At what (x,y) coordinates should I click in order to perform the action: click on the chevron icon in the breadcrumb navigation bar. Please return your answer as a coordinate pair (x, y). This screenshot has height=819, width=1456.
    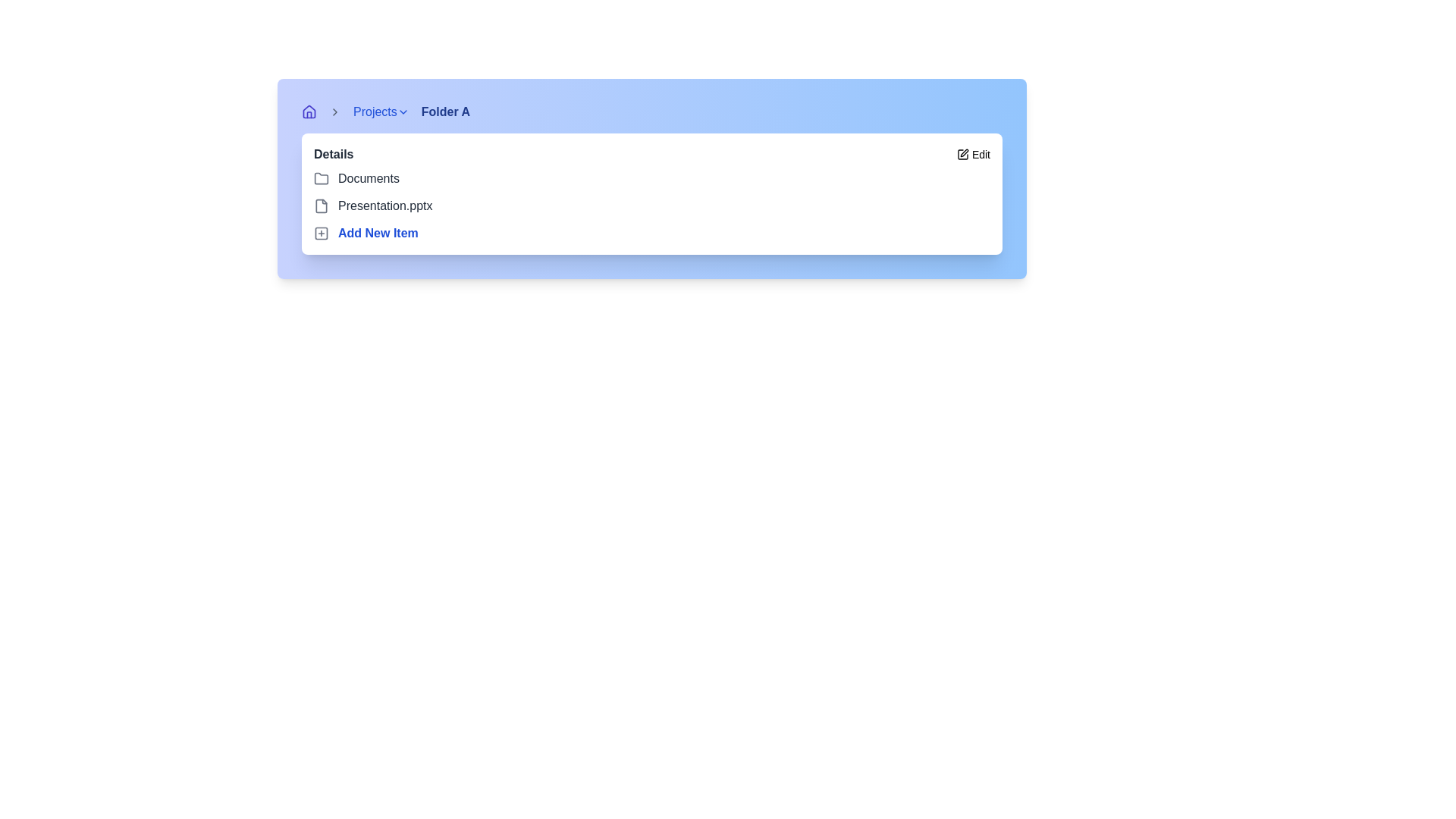
    Looking at the image, I should click on (334, 111).